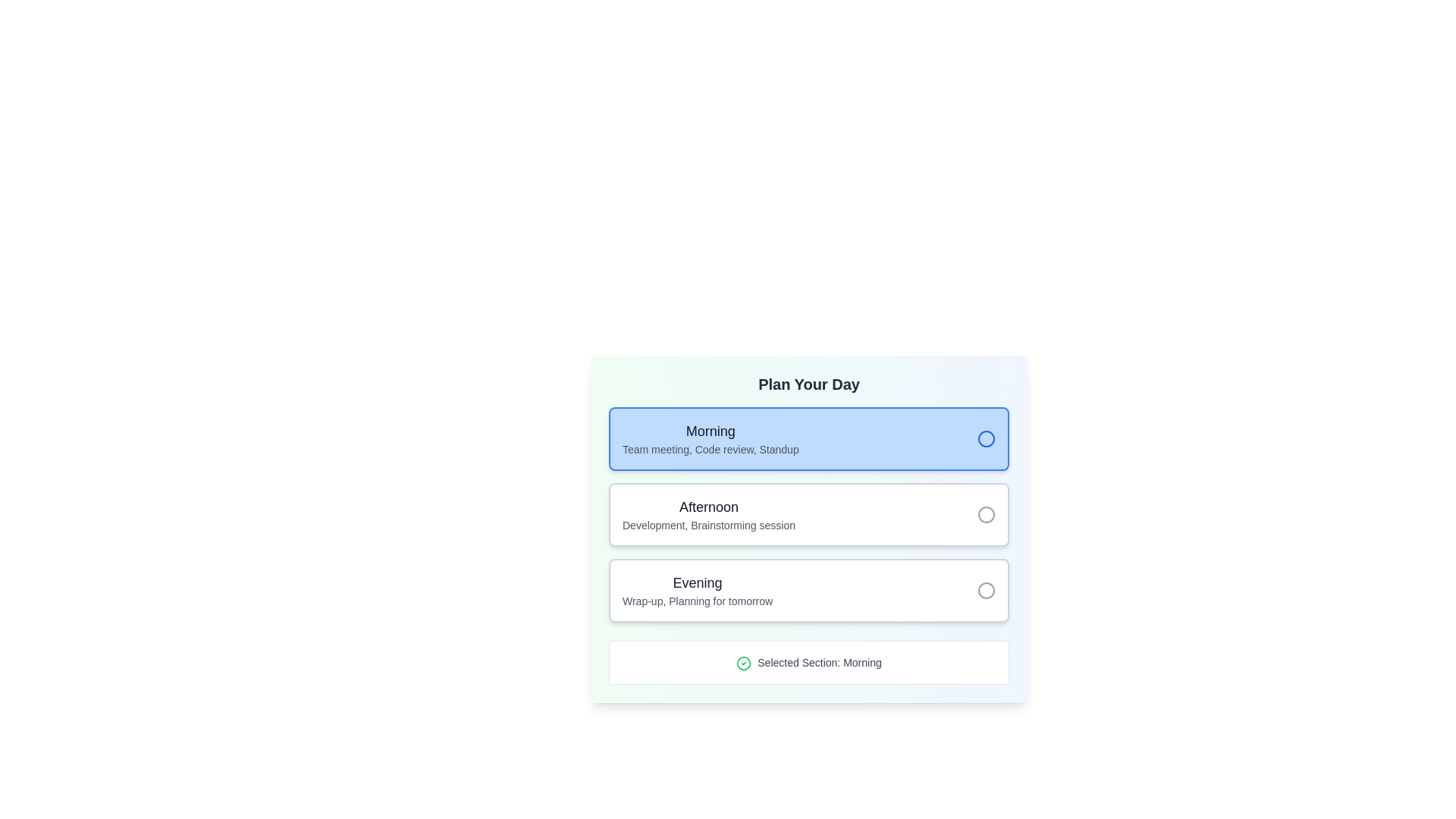 This screenshot has height=819, width=1456. Describe the element at coordinates (708, 525) in the screenshot. I see `the text element that provides additional context for the 'Afternoon' section, located at the center of the interface` at that location.